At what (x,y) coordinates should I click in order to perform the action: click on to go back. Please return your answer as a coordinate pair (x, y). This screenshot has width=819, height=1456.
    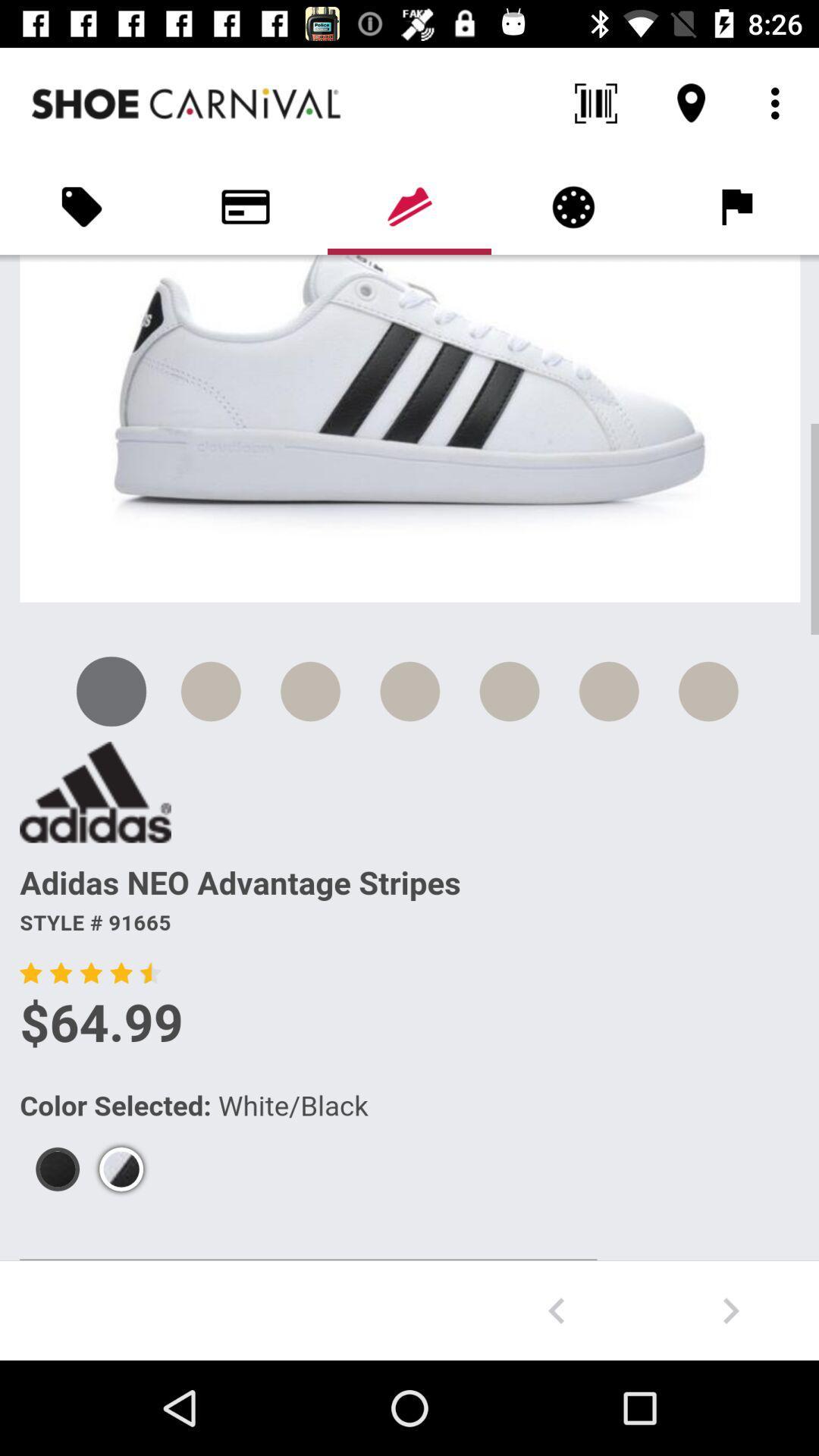
    Looking at the image, I should click on (556, 1310).